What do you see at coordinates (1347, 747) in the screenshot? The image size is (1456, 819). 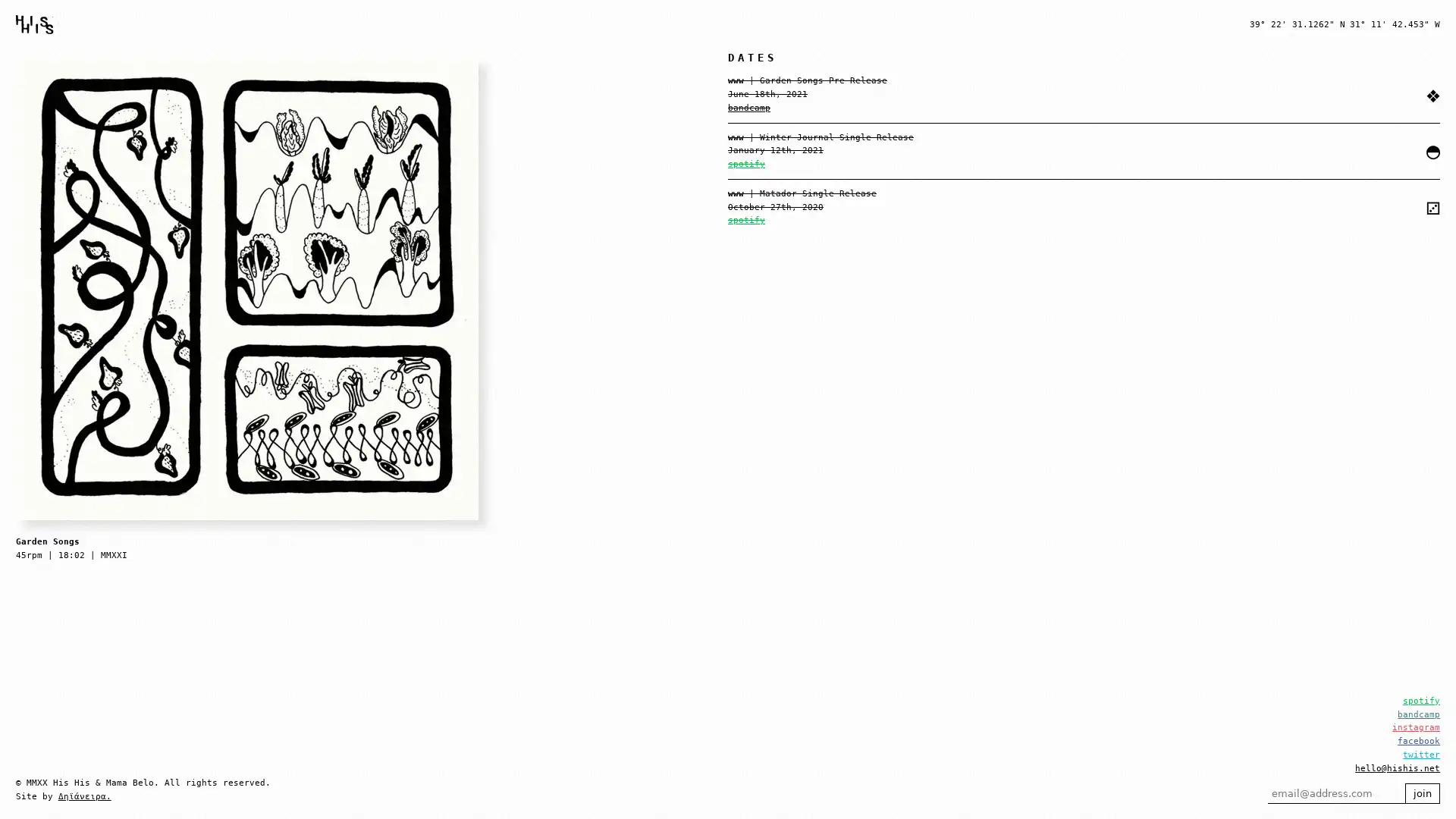 I see `join` at bounding box center [1347, 747].